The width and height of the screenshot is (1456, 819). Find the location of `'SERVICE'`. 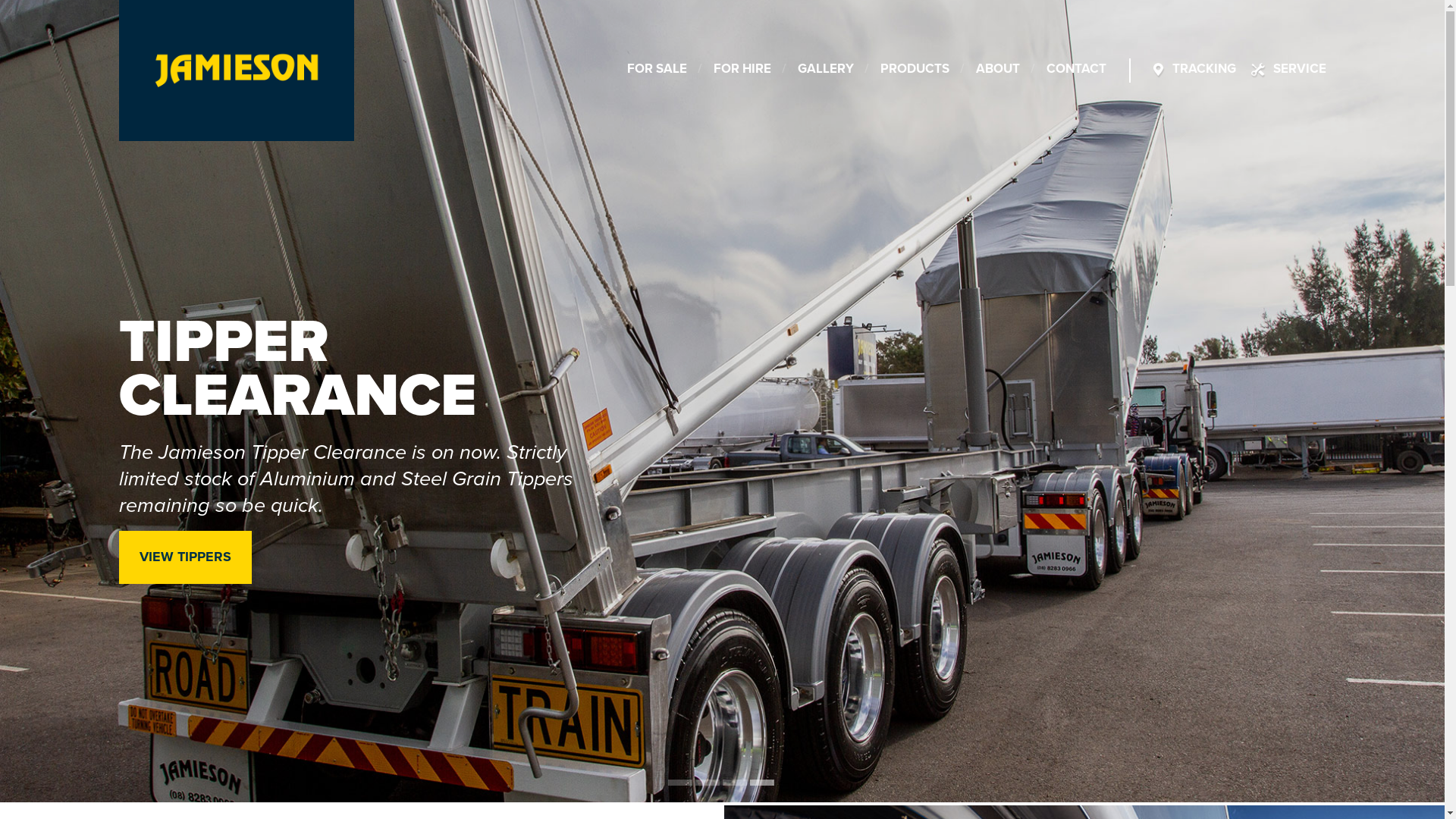

'SERVICE' is located at coordinates (1298, 70).